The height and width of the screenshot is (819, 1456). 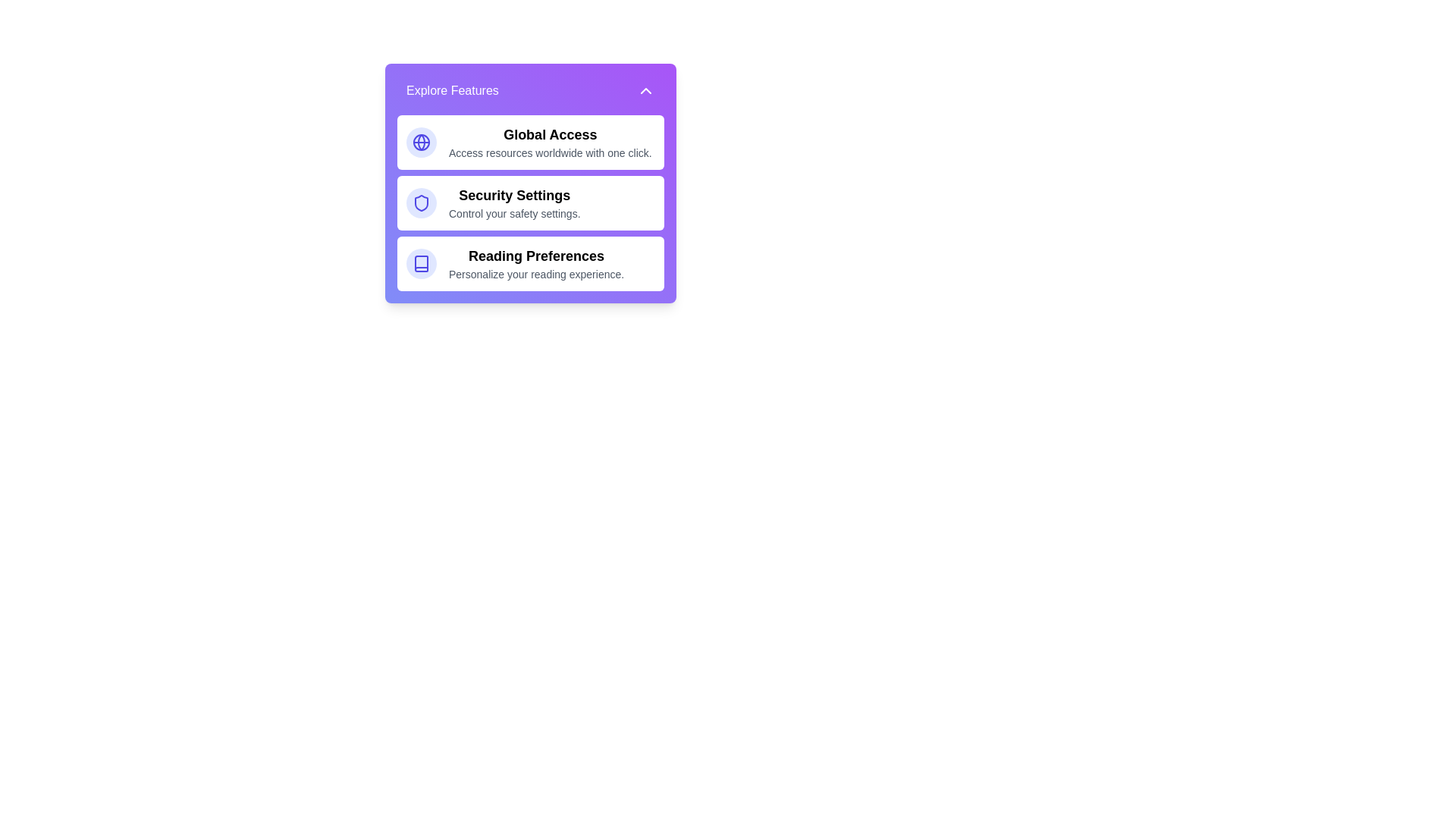 What do you see at coordinates (514, 213) in the screenshot?
I see `the text element displaying 'Control your safety settings.' which is positioned directly underneath 'Security Settings' in the purple panel titled 'Explore Features.'` at bounding box center [514, 213].